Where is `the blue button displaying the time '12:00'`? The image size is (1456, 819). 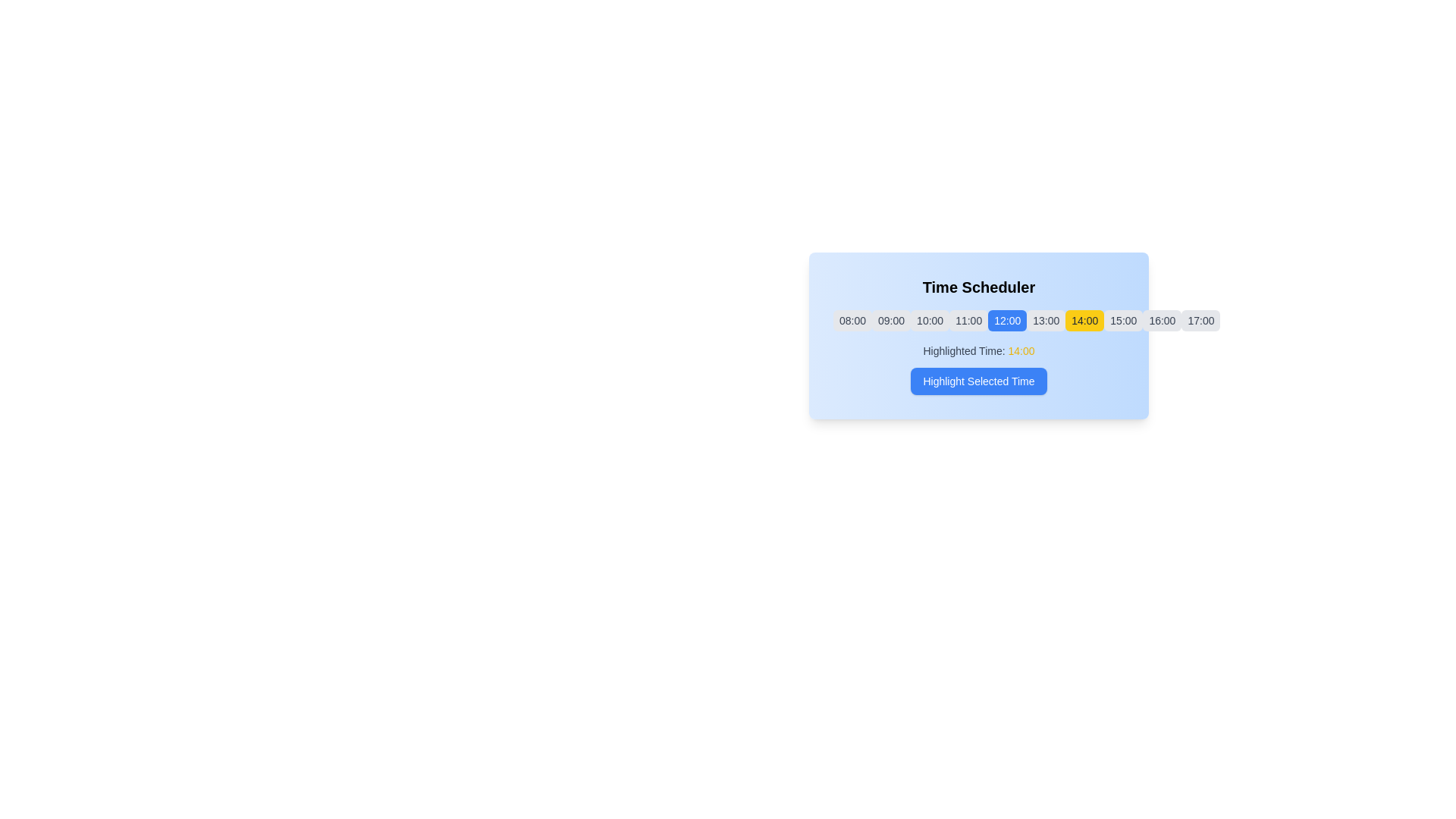
the blue button displaying the time '12:00' is located at coordinates (1007, 320).